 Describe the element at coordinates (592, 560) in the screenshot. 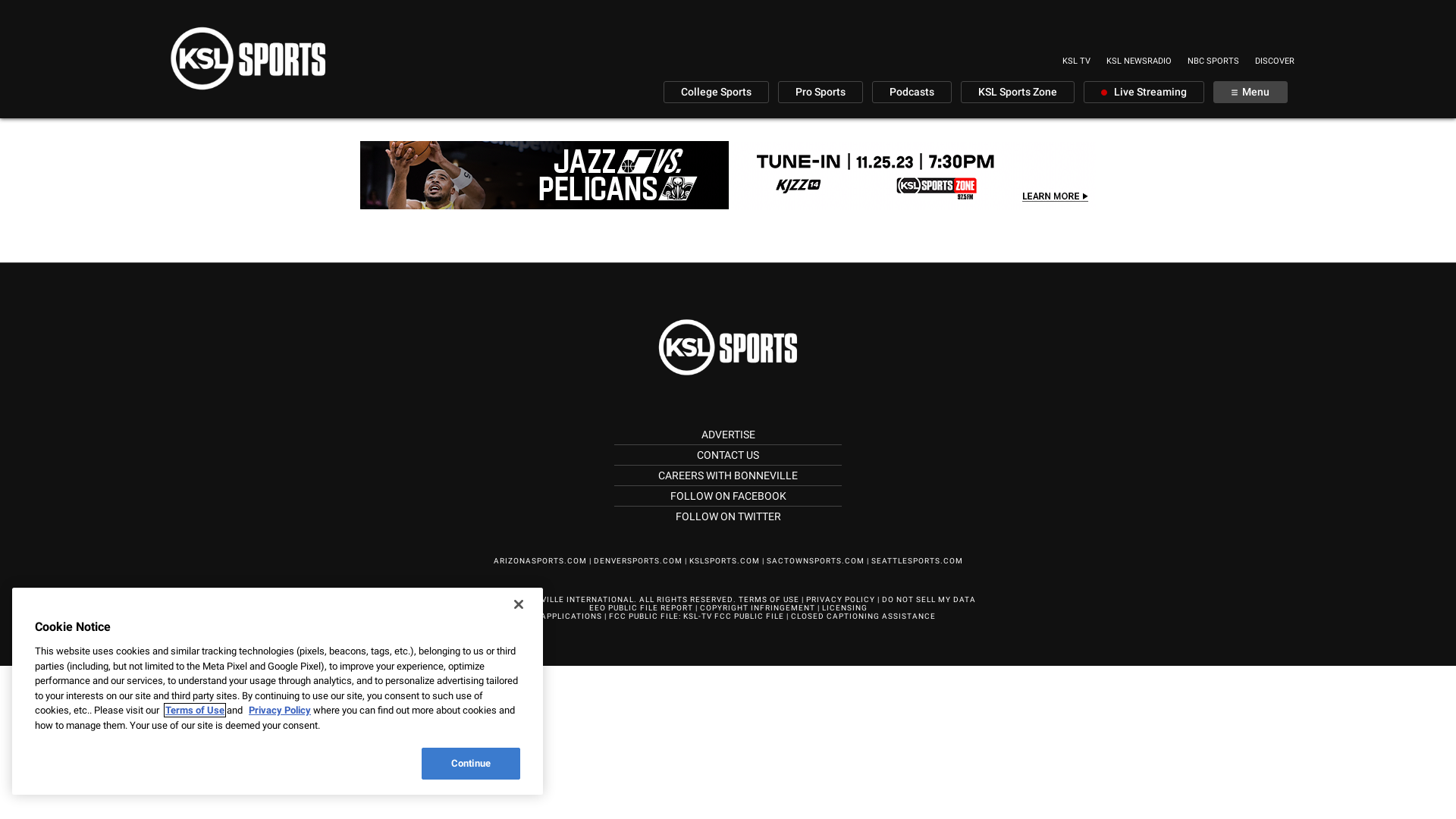

I see `'DENVERSPORTS.COM'` at that location.